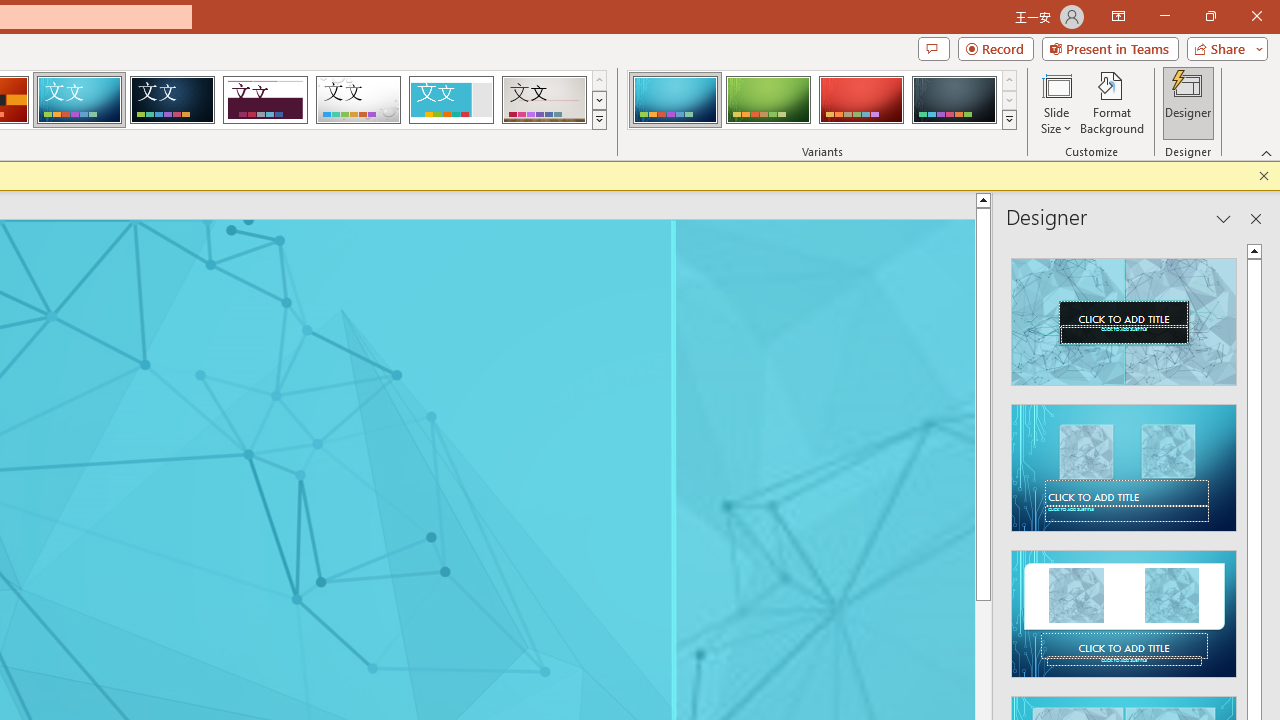 The image size is (1280, 720). Describe the element at coordinates (544, 100) in the screenshot. I see `'Gallery'` at that location.